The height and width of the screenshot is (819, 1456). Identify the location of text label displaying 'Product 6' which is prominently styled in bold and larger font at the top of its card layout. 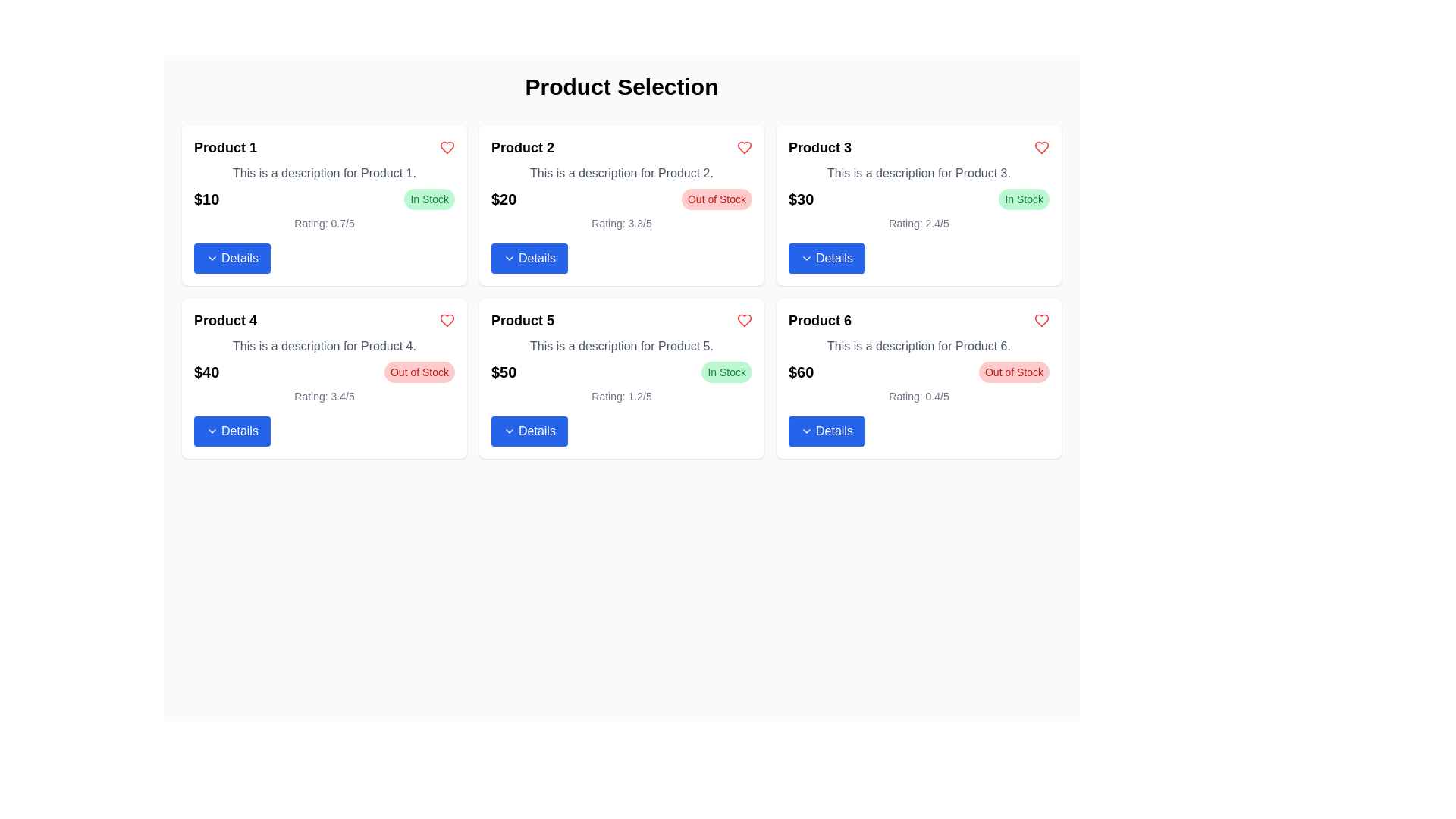
(819, 320).